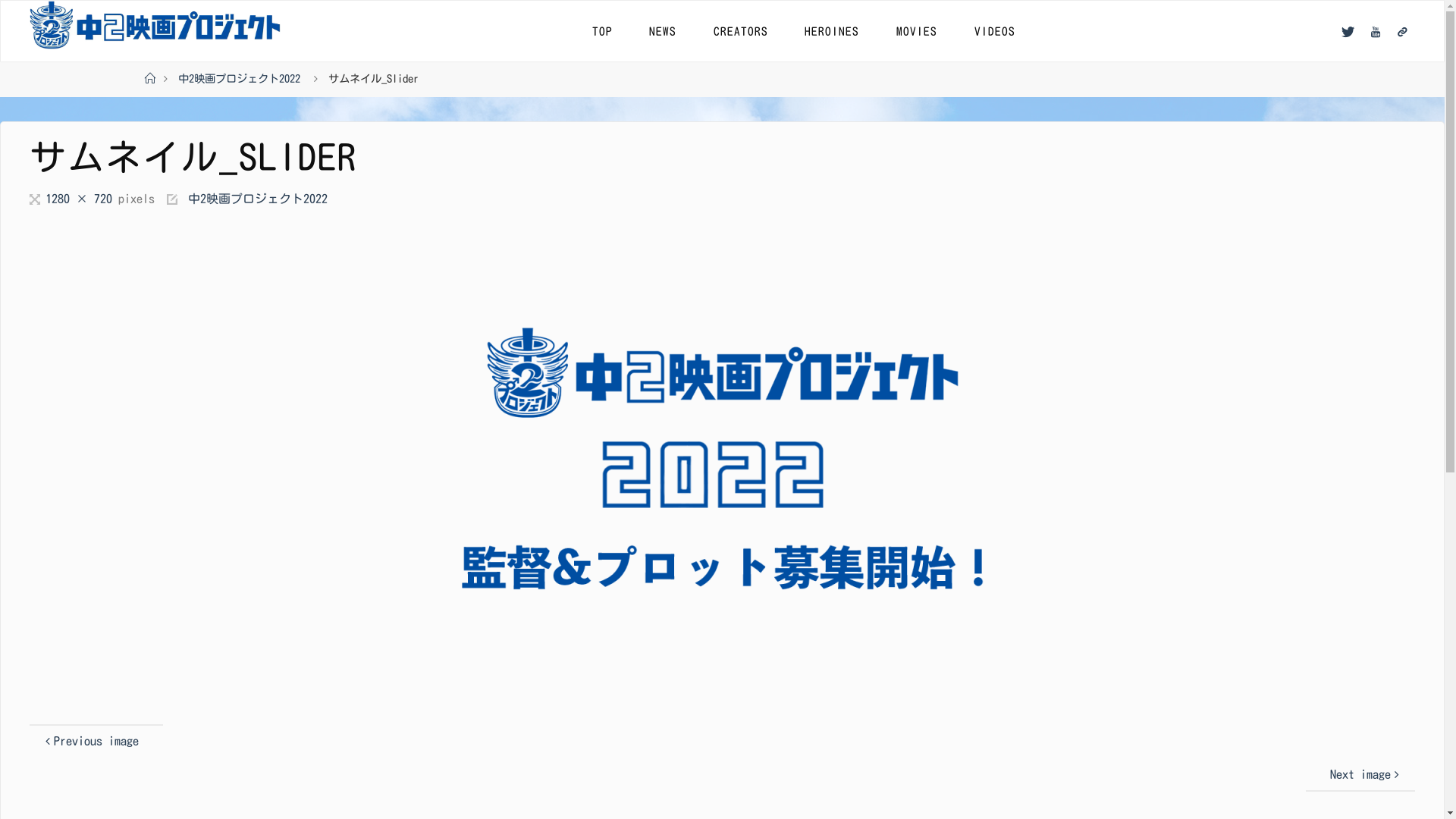  What do you see at coordinates (994, 31) in the screenshot?
I see `'VIDEOS'` at bounding box center [994, 31].